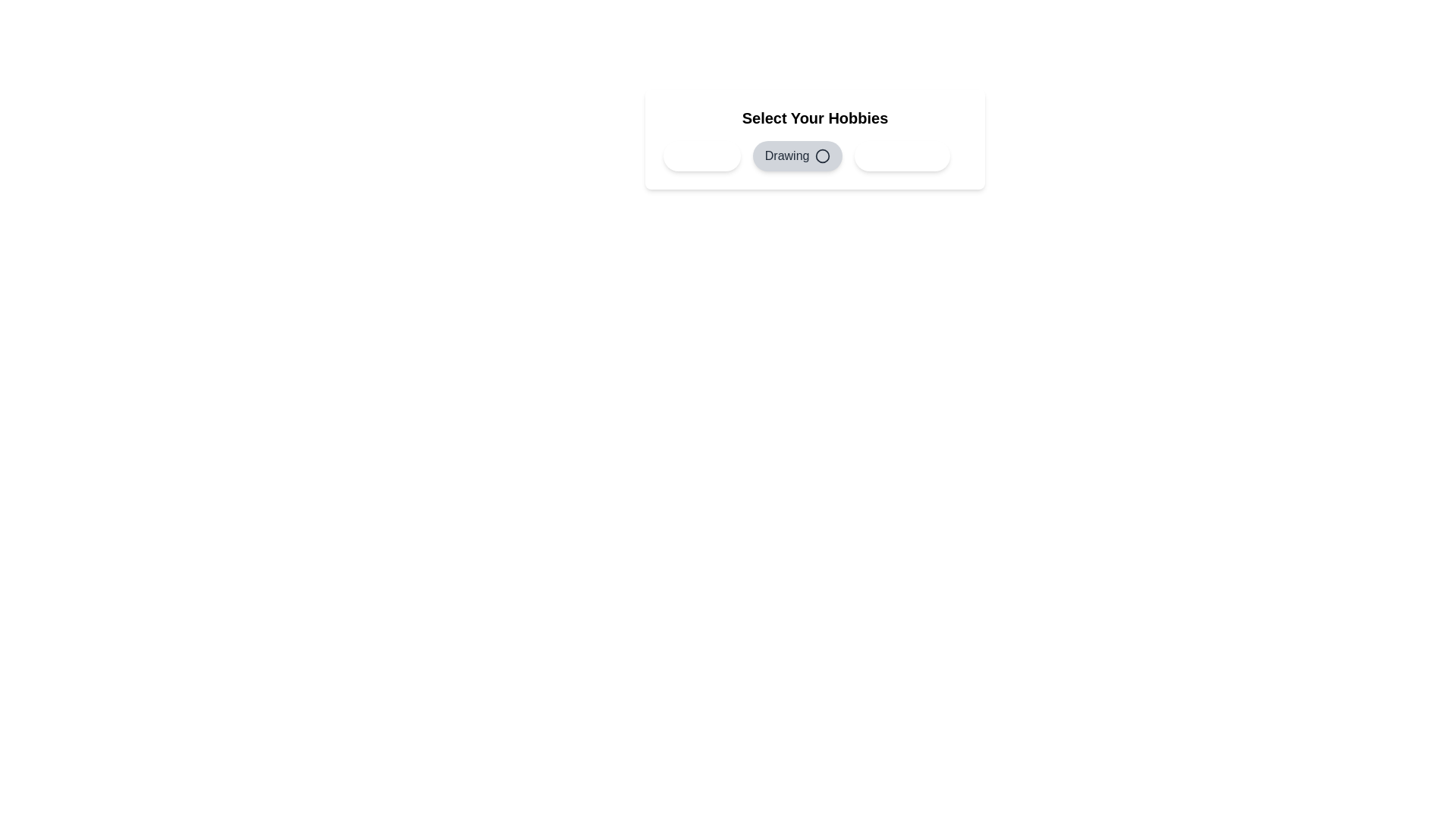  I want to click on the hobby chip labeled Traveling, so click(902, 155).